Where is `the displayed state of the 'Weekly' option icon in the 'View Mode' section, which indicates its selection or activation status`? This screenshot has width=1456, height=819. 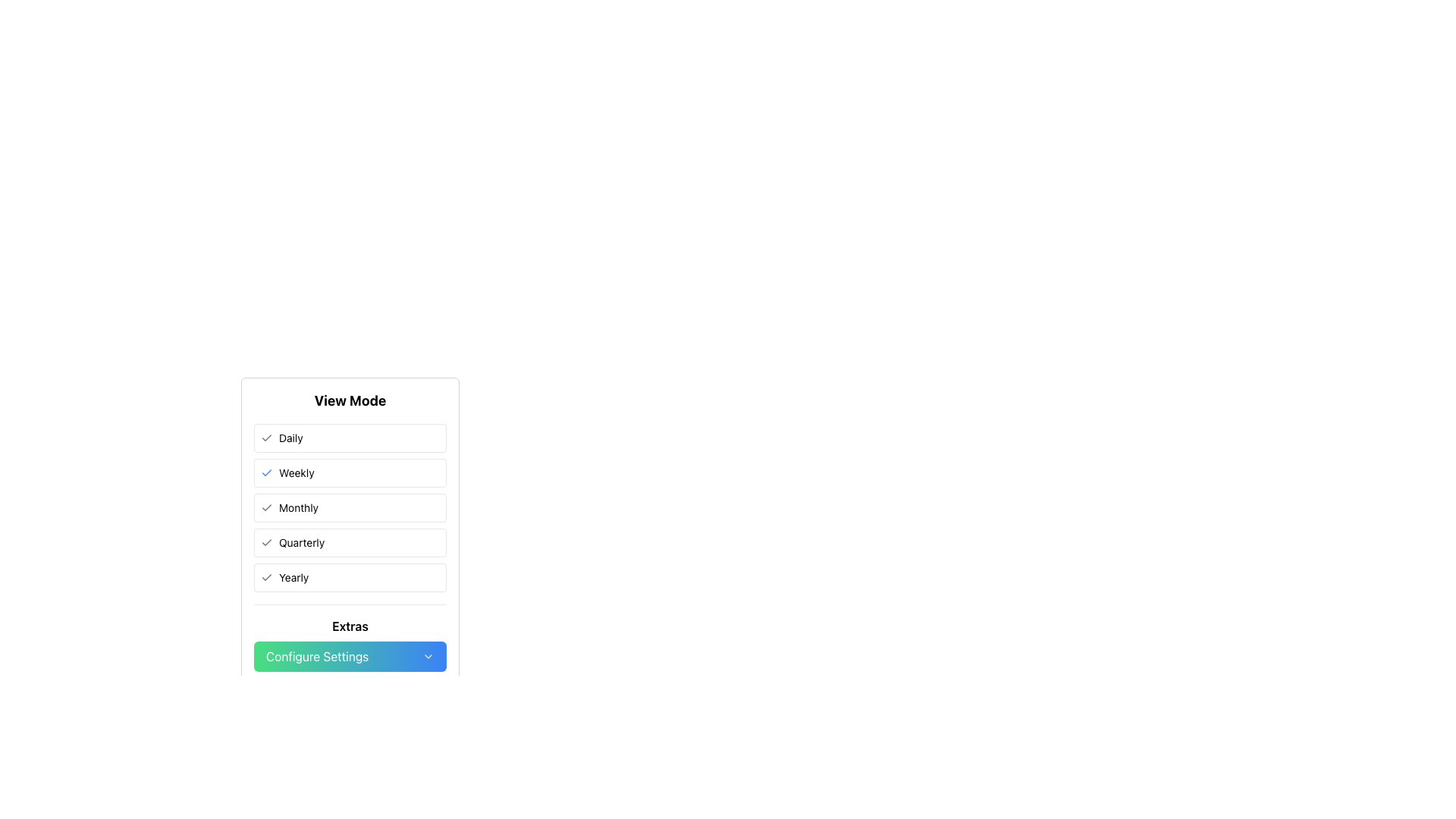 the displayed state of the 'Weekly' option icon in the 'View Mode' section, which indicates its selection or activation status is located at coordinates (266, 472).